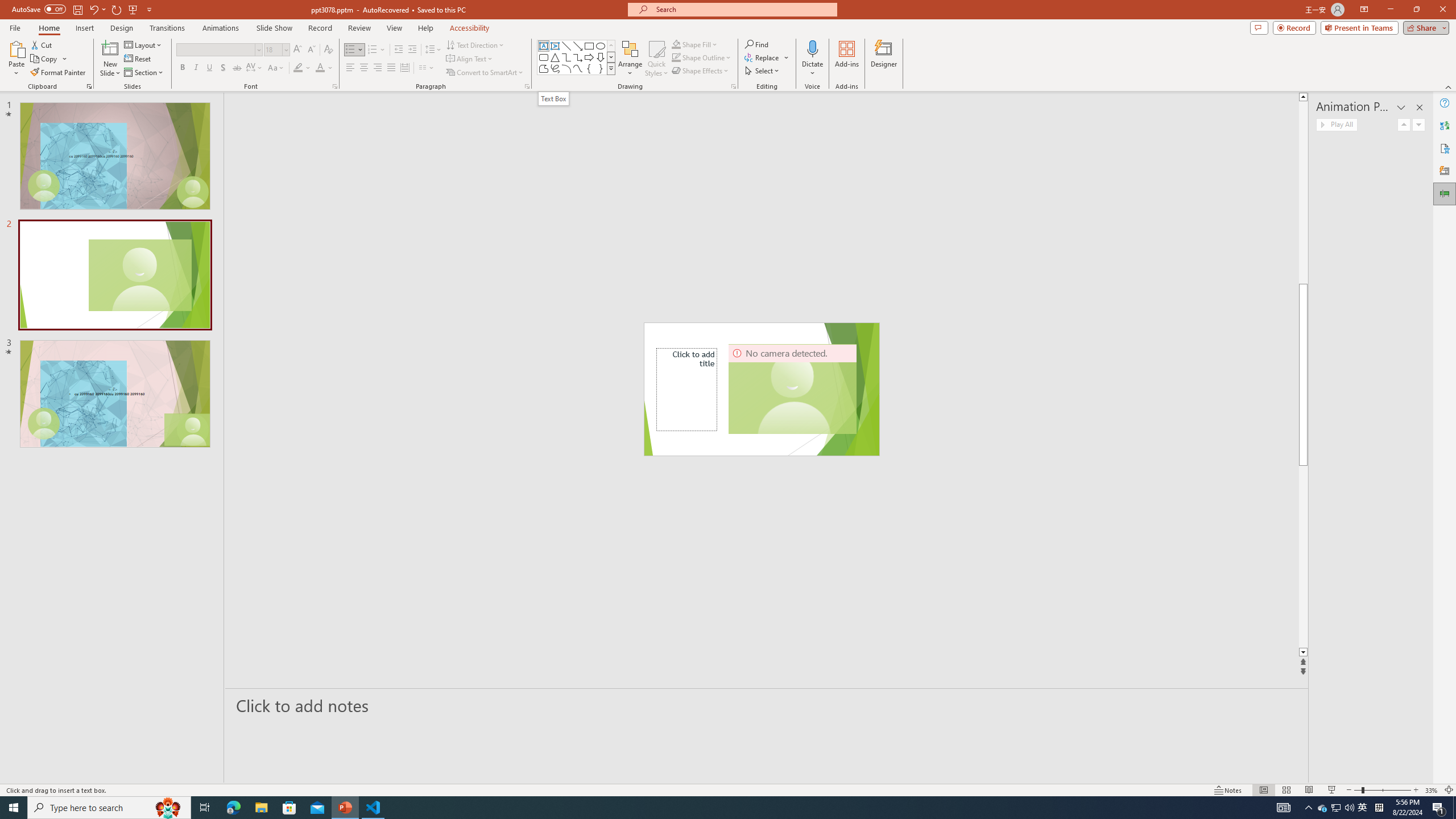  What do you see at coordinates (676, 56) in the screenshot?
I see `'Shape Outline Green, Accent 1'` at bounding box center [676, 56].